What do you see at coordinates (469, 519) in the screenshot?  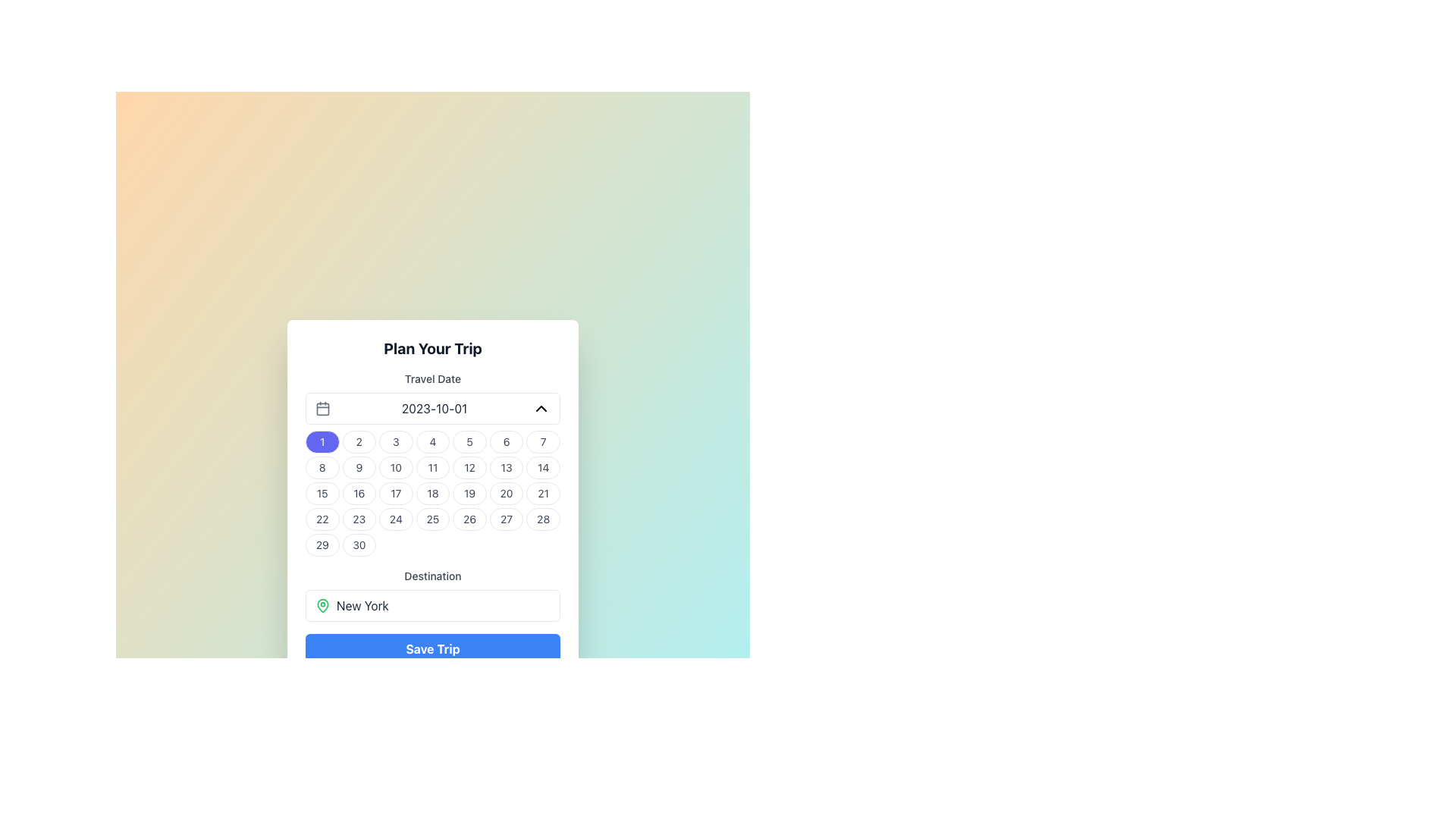 I see `the circular button with a white background and gray border containing the number '26', located in the fifth row and fifth column of the calendar grid beneath the 'Travel Date' label` at bounding box center [469, 519].